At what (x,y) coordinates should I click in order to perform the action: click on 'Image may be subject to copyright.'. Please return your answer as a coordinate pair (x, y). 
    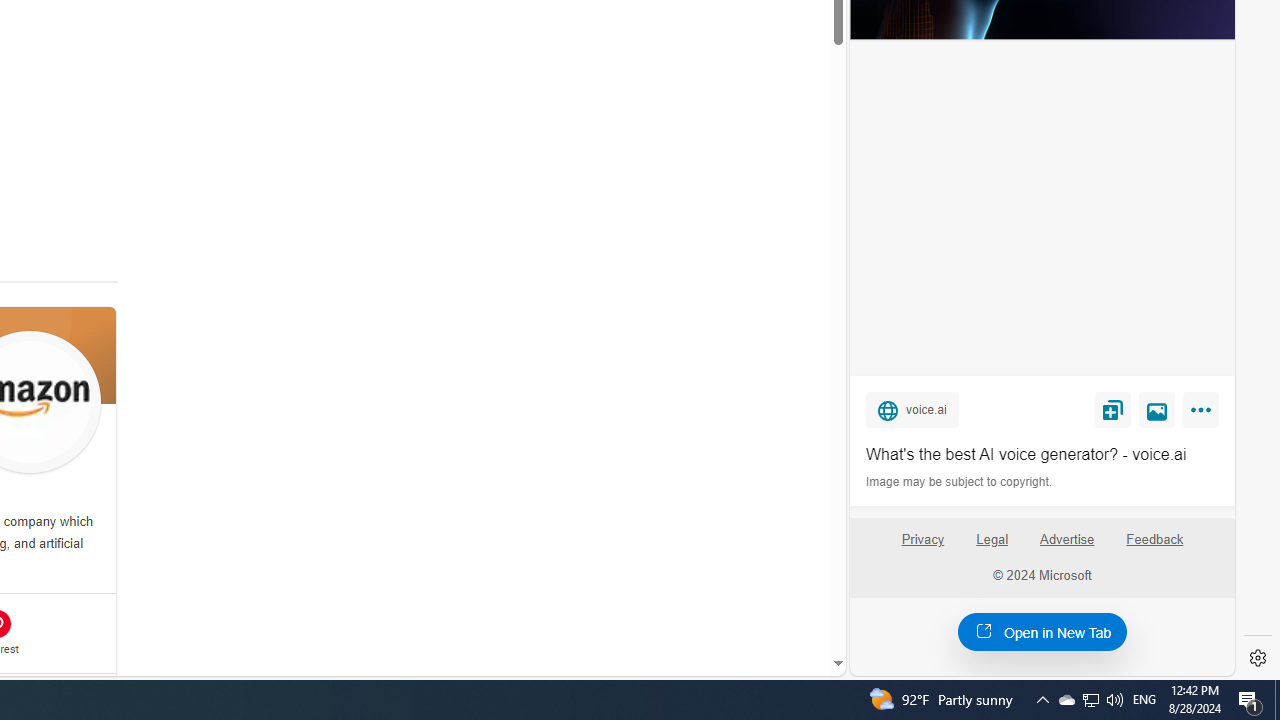
    Looking at the image, I should click on (960, 482).